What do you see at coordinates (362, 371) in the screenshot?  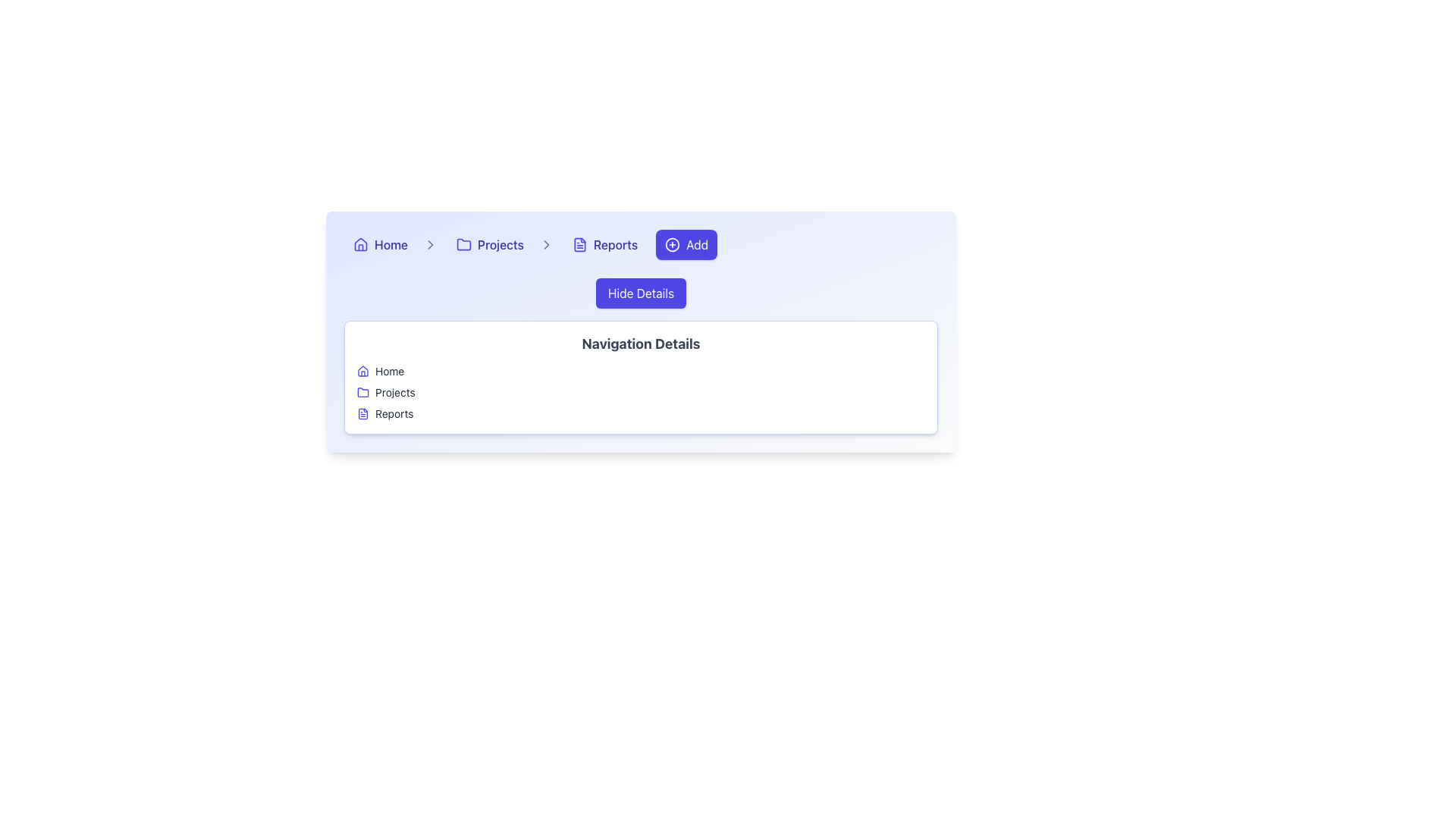 I see `the home icon located at the top-left corner of the breadcrumb navigation section, which serves as a clickable element for navigating to the home page` at bounding box center [362, 371].